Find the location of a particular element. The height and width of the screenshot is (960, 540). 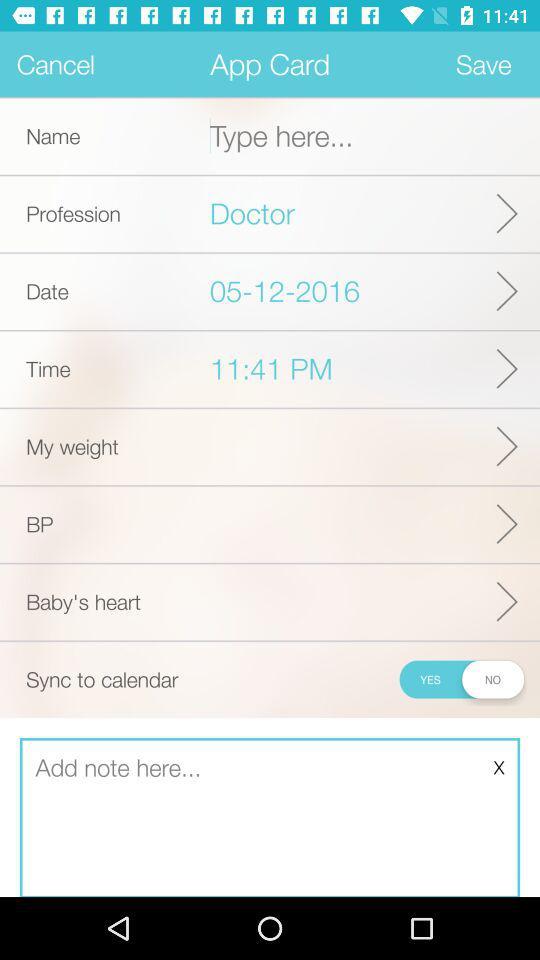

to sync to calendar is located at coordinates (461, 679).